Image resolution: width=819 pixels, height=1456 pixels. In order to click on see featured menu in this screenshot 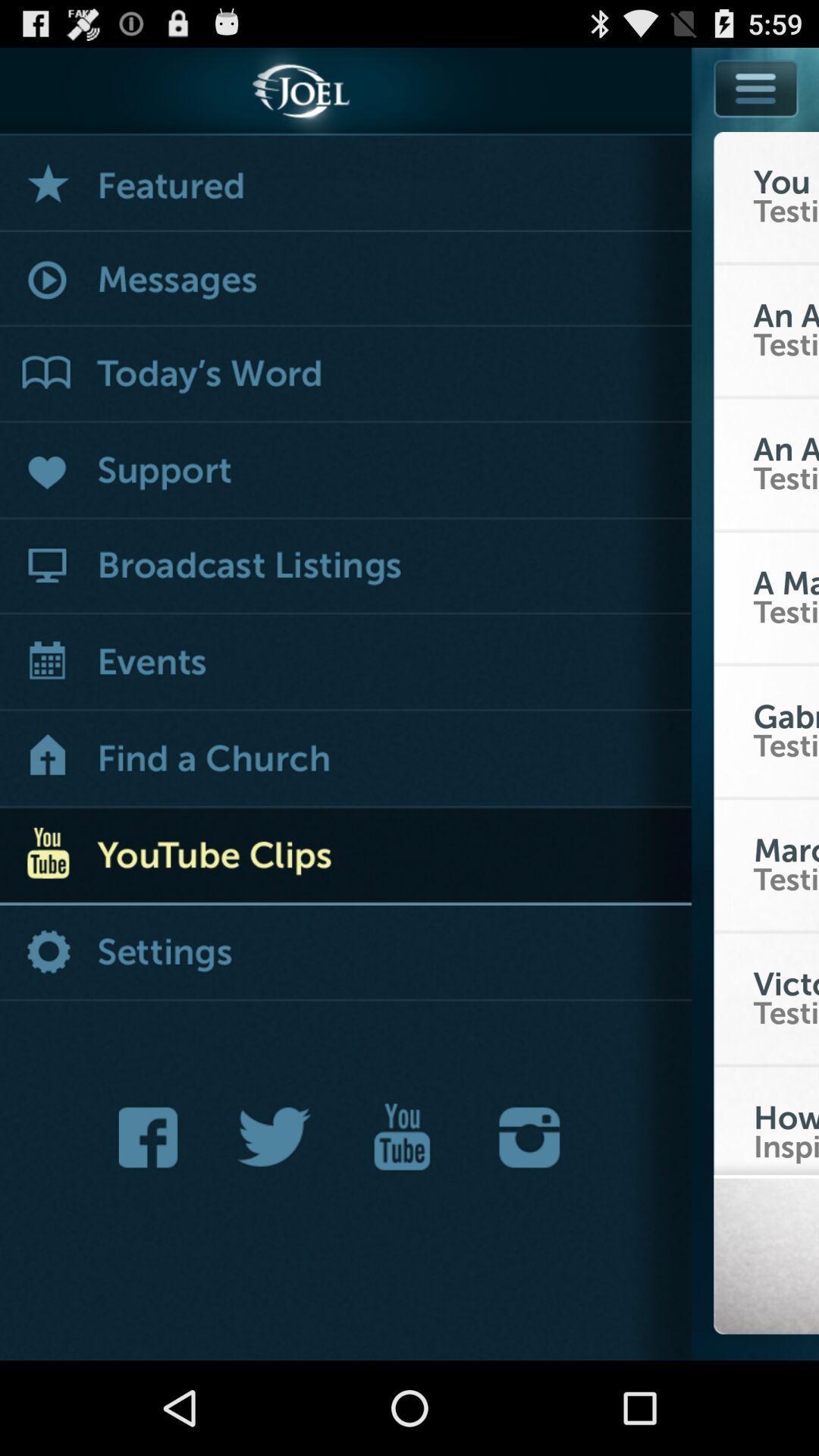, I will do `click(345, 183)`.